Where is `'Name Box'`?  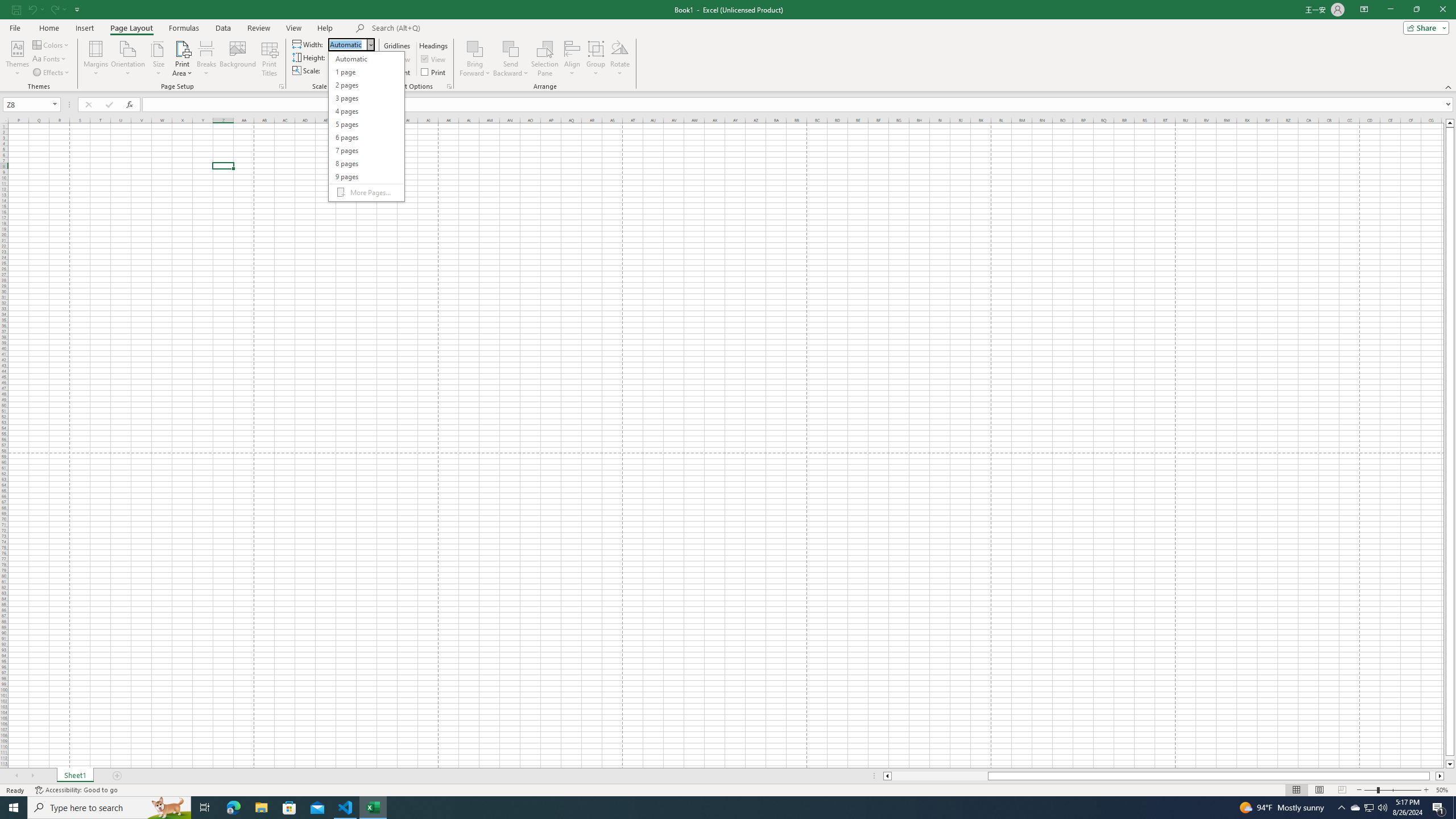
'Name Box' is located at coordinates (27, 104).